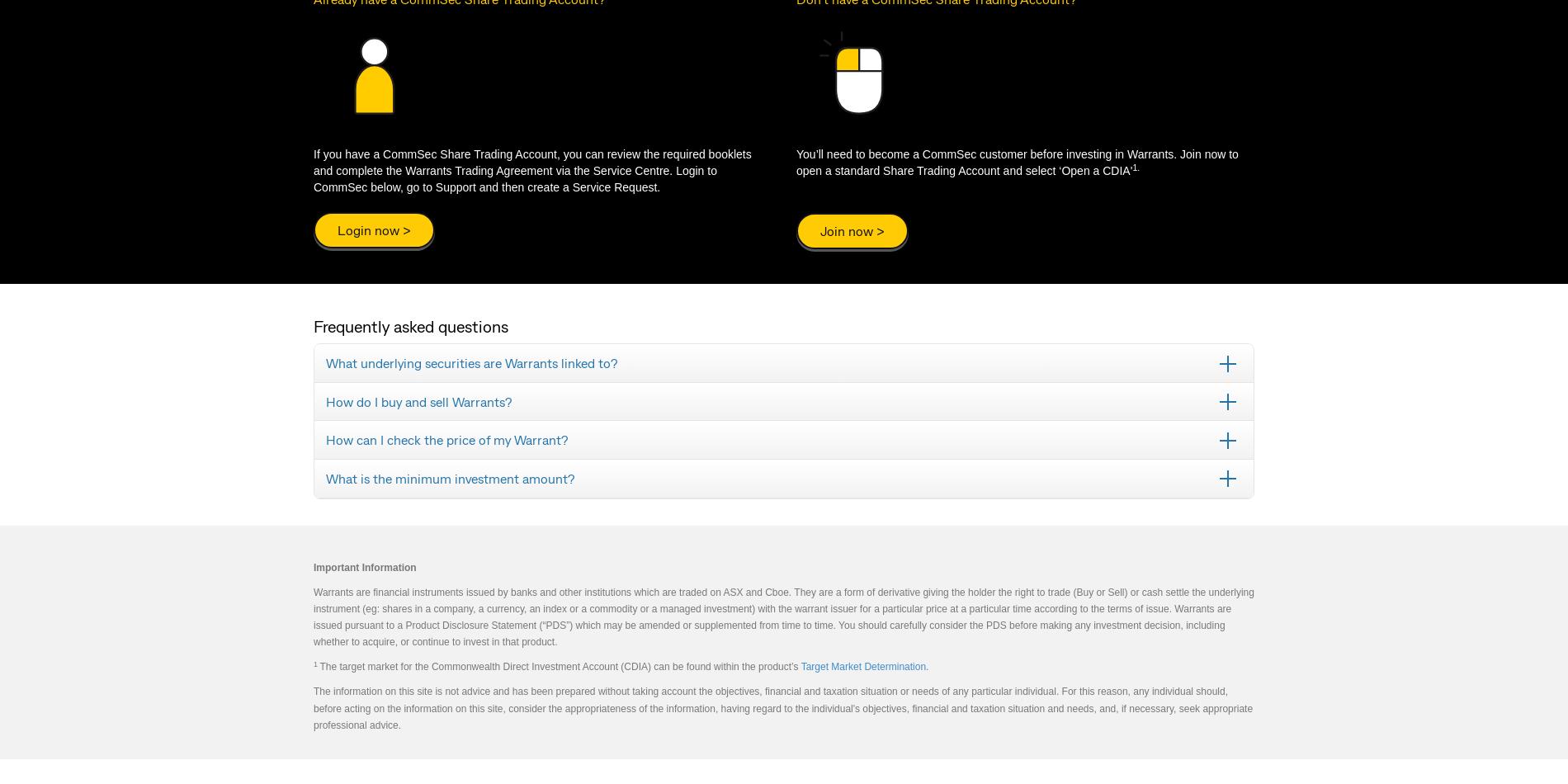 The width and height of the screenshot is (1568, 784). Describe the element at coordinates (325, 400) in the screenshot. I see `'How do I buy and sell Warrants?'` at that location.